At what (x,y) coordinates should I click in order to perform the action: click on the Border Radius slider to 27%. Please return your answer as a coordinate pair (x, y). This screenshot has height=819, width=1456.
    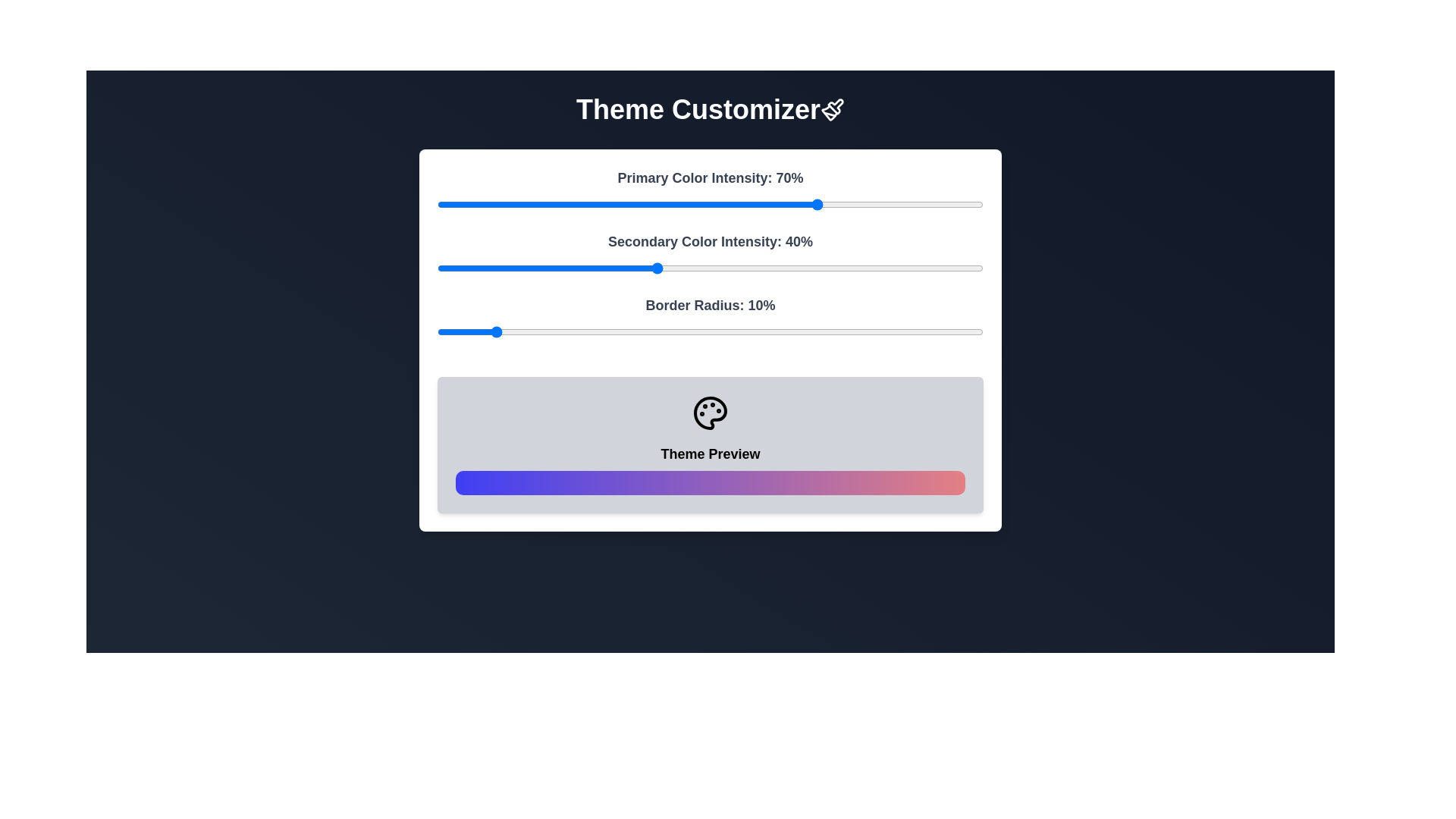
    Looking at the image, I should click on (584, 331).